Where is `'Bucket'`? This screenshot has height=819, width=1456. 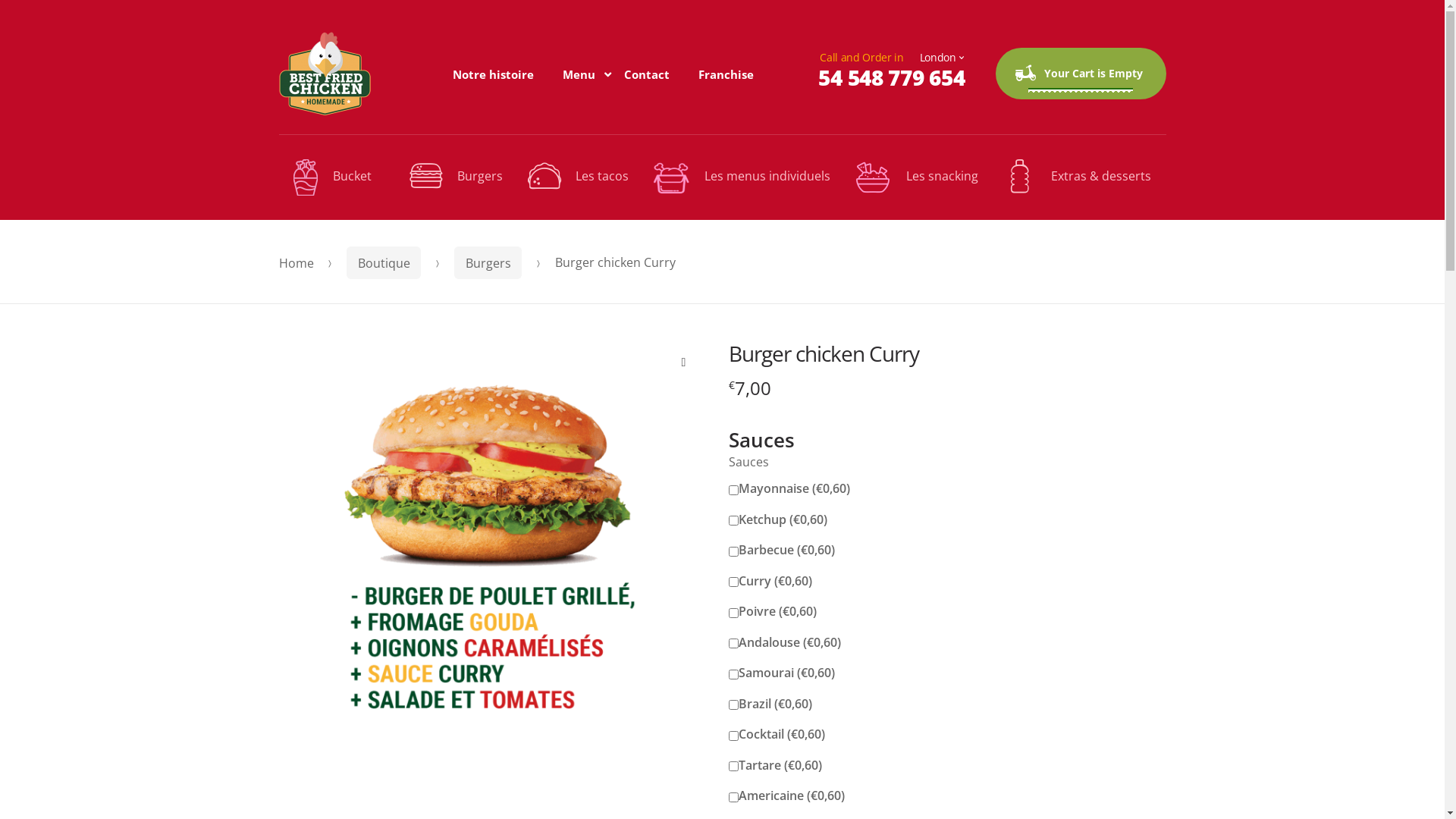 'Bucket' is located at coordinates (338, 177).